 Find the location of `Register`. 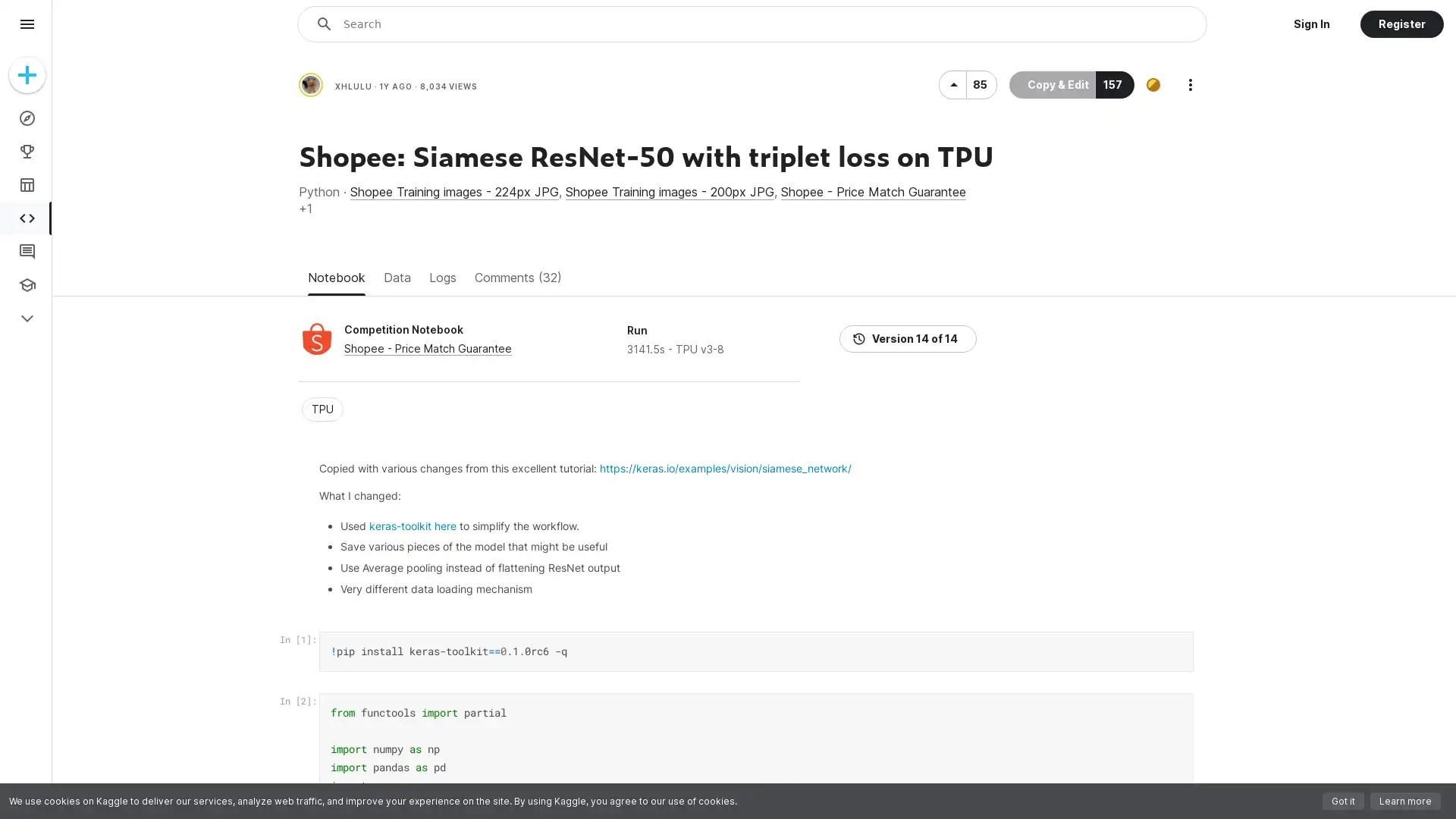

Register is located at coordinates (1401, 24).